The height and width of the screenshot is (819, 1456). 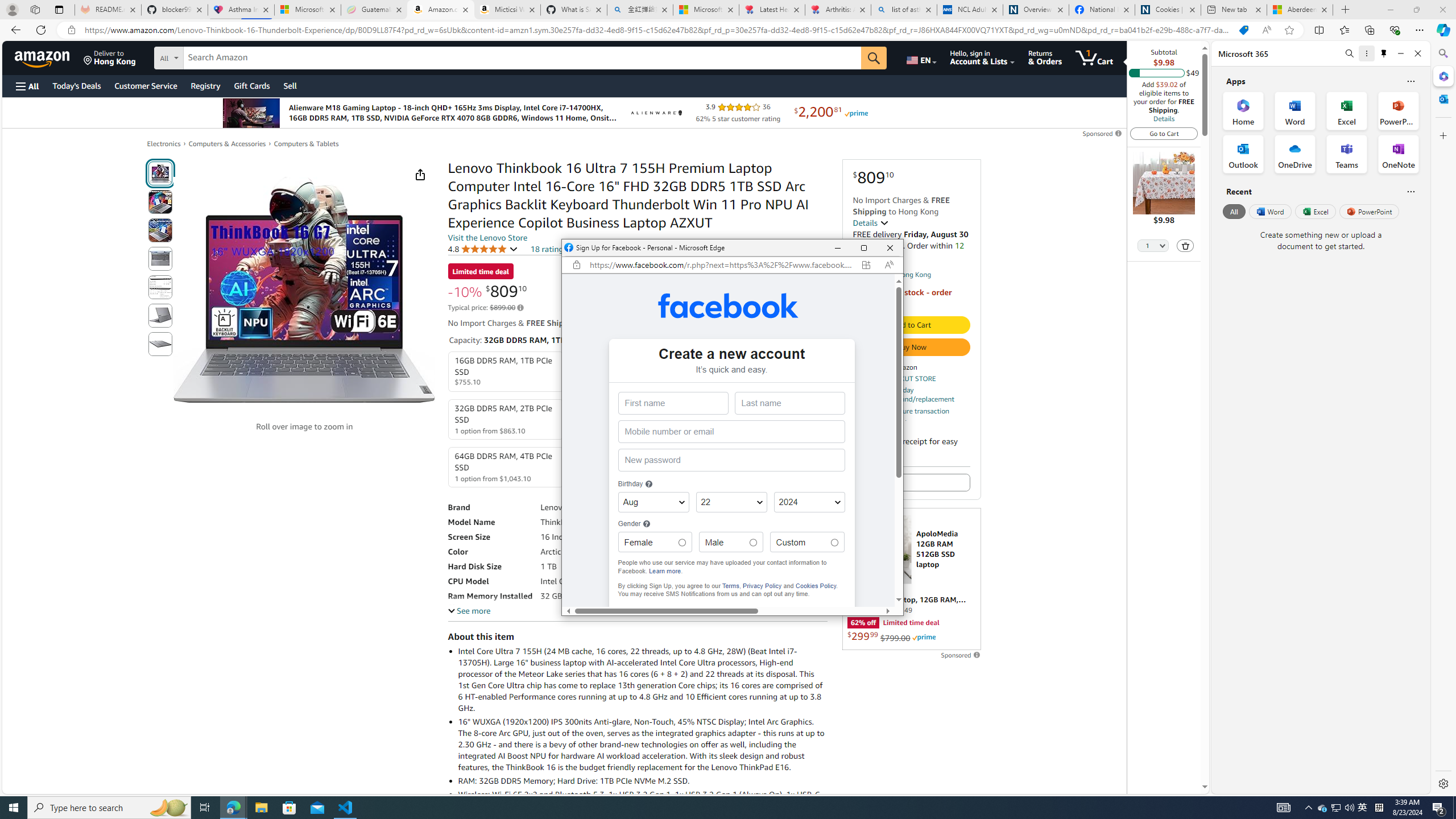 What do you see at coordinates (146, 85) in the screenshot?
I see `'Customer Service'` at bounding box center [146, 85].